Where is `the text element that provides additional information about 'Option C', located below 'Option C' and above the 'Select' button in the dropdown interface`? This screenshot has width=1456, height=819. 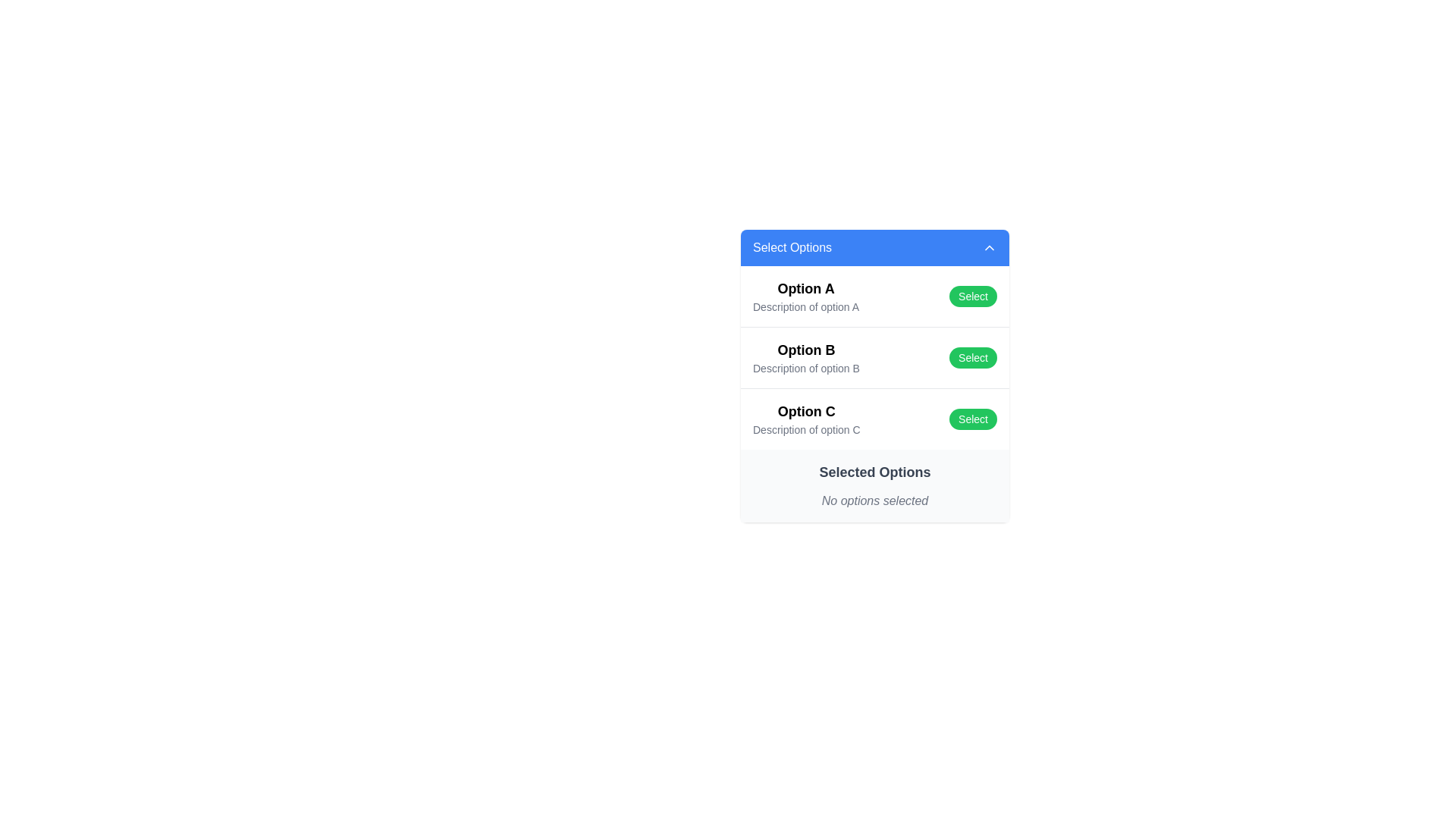
the text element that provides additional information about 'Option C', located below 'Option C' and above the 'Select' button in the dropdown interface is located at coordinates (805, 430).